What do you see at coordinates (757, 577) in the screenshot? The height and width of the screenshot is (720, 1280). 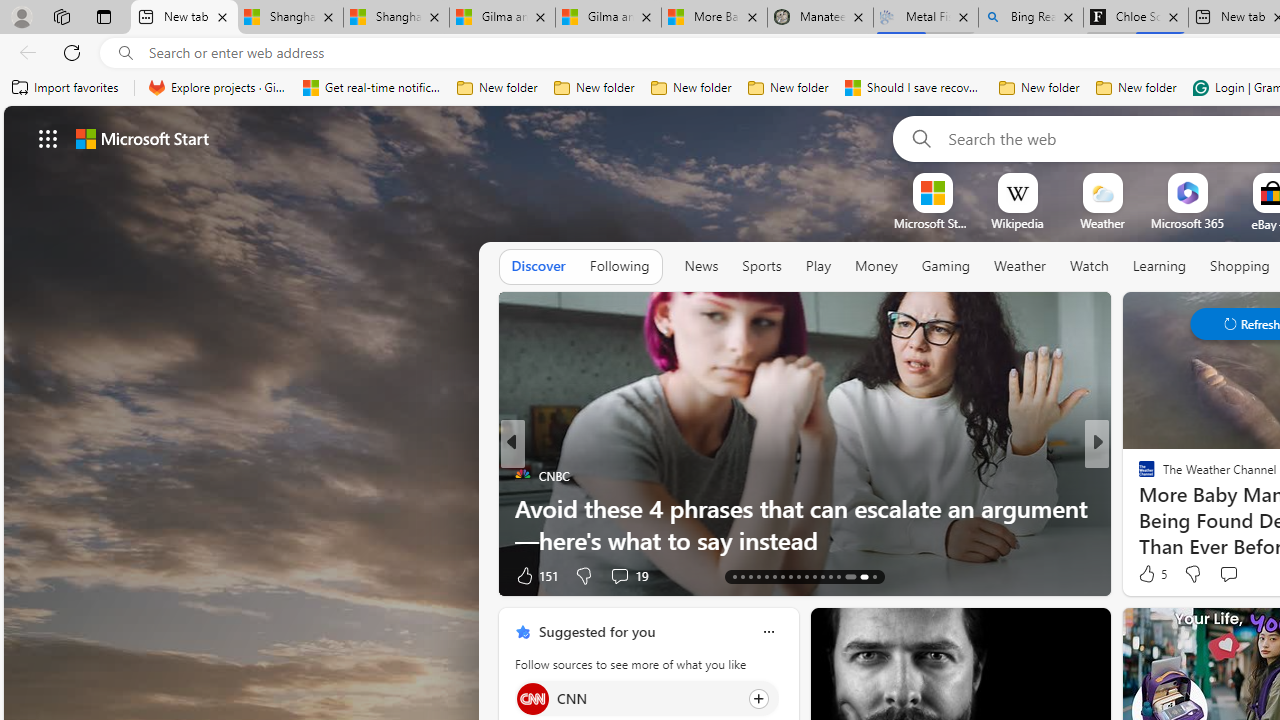 I see `'AutomationID: tab-16'` at bounding box center [757, 577].